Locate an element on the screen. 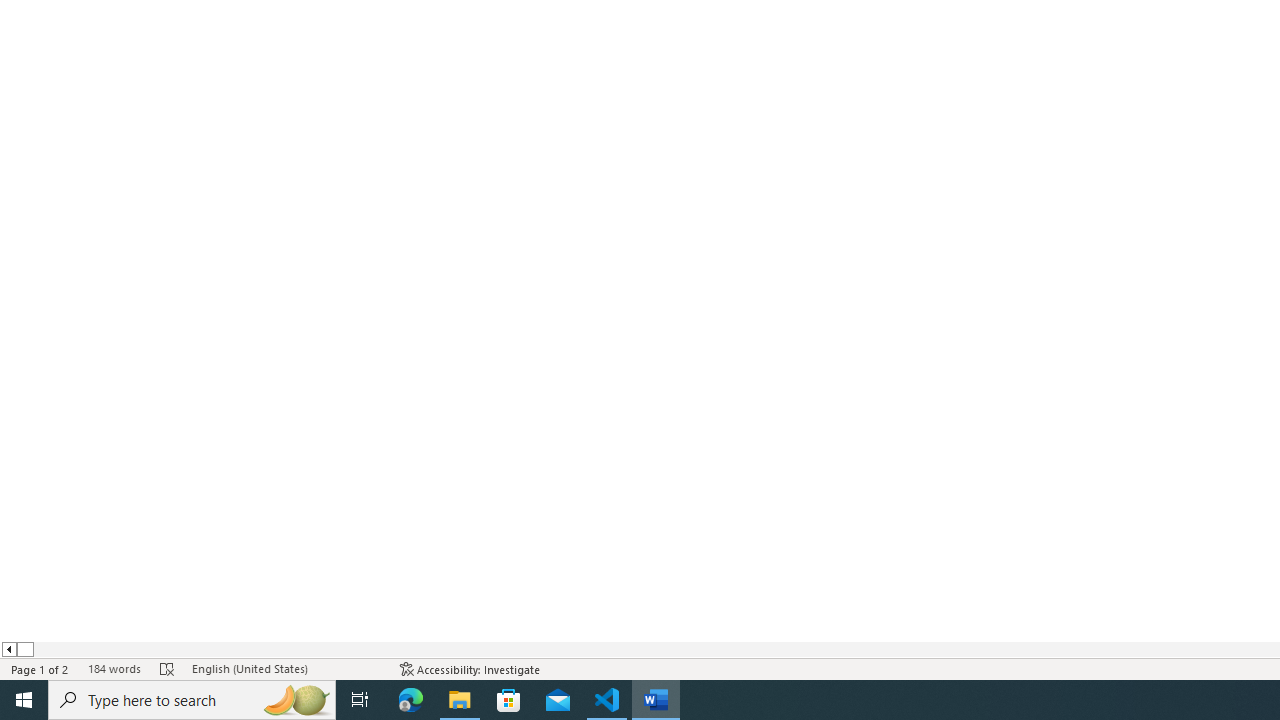 The width and height of the screenshot is (1280, 720). 'Word - 1 running window' is located at coordinates (656, 698).